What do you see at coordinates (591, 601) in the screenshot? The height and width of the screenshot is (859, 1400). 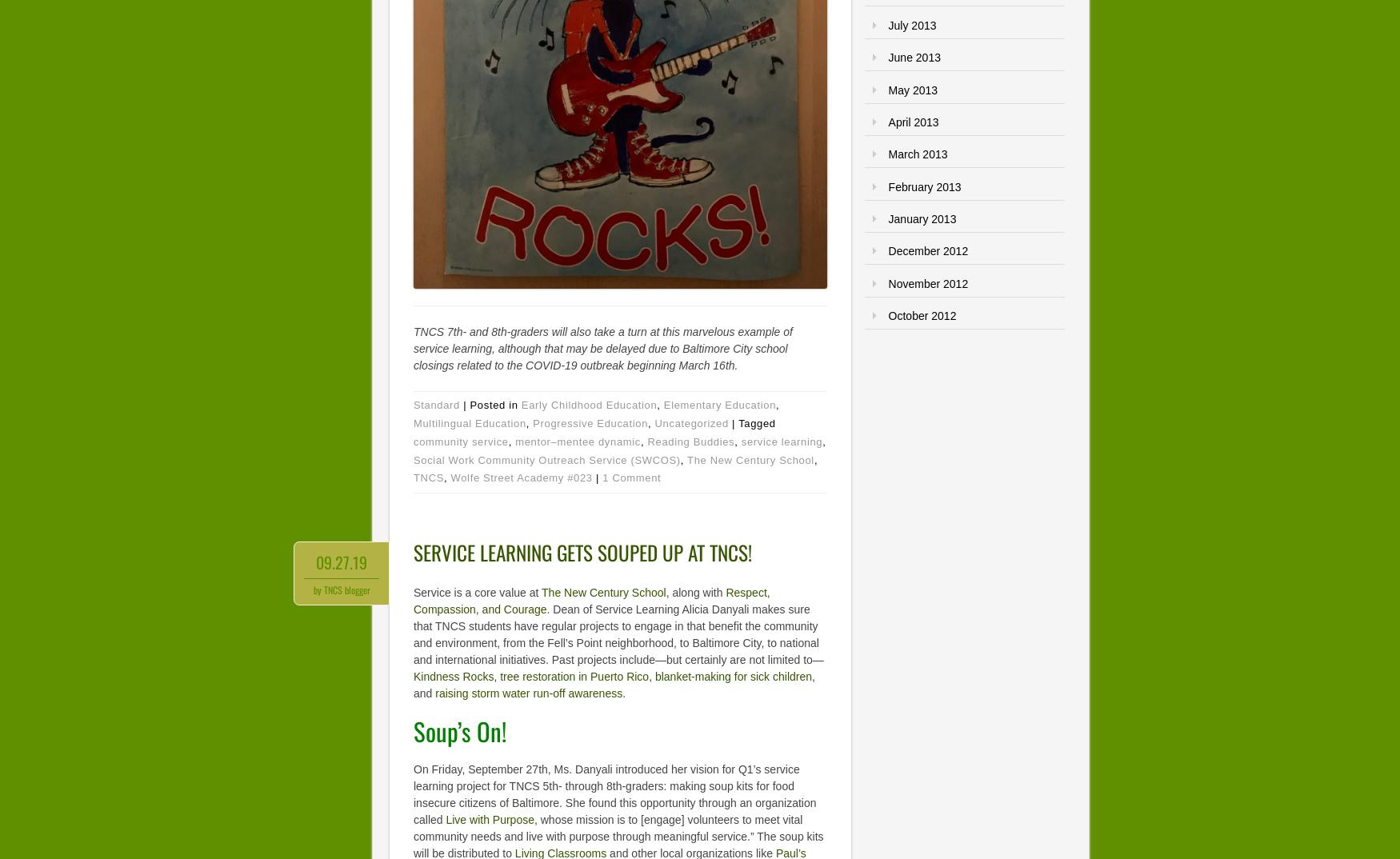 I see `'Respect, Compassion, and Courage'` at bounding box center [591, 601].